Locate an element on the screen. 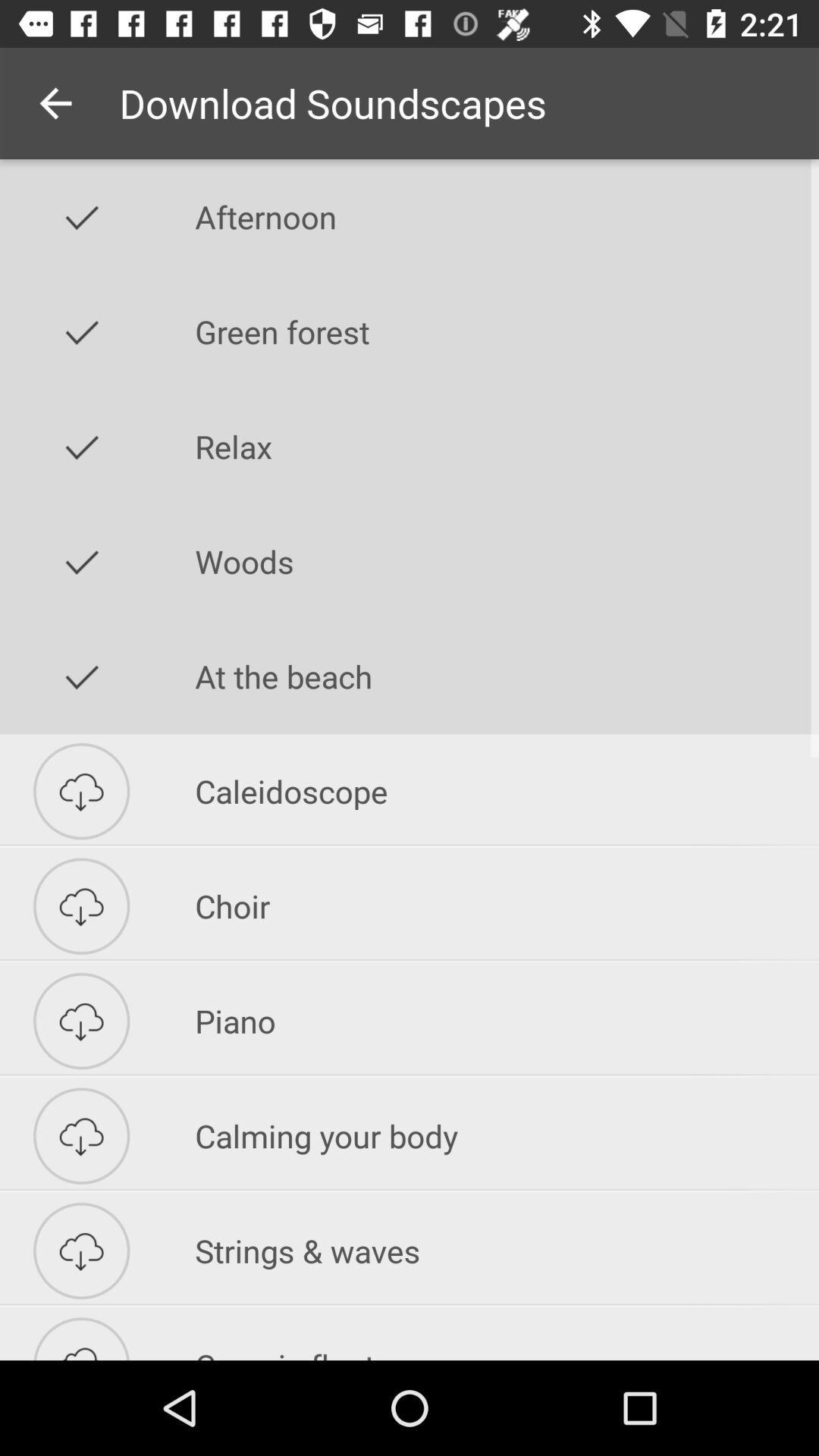  the icon above the strings & waves icon is located at coordinates (507, 1136).